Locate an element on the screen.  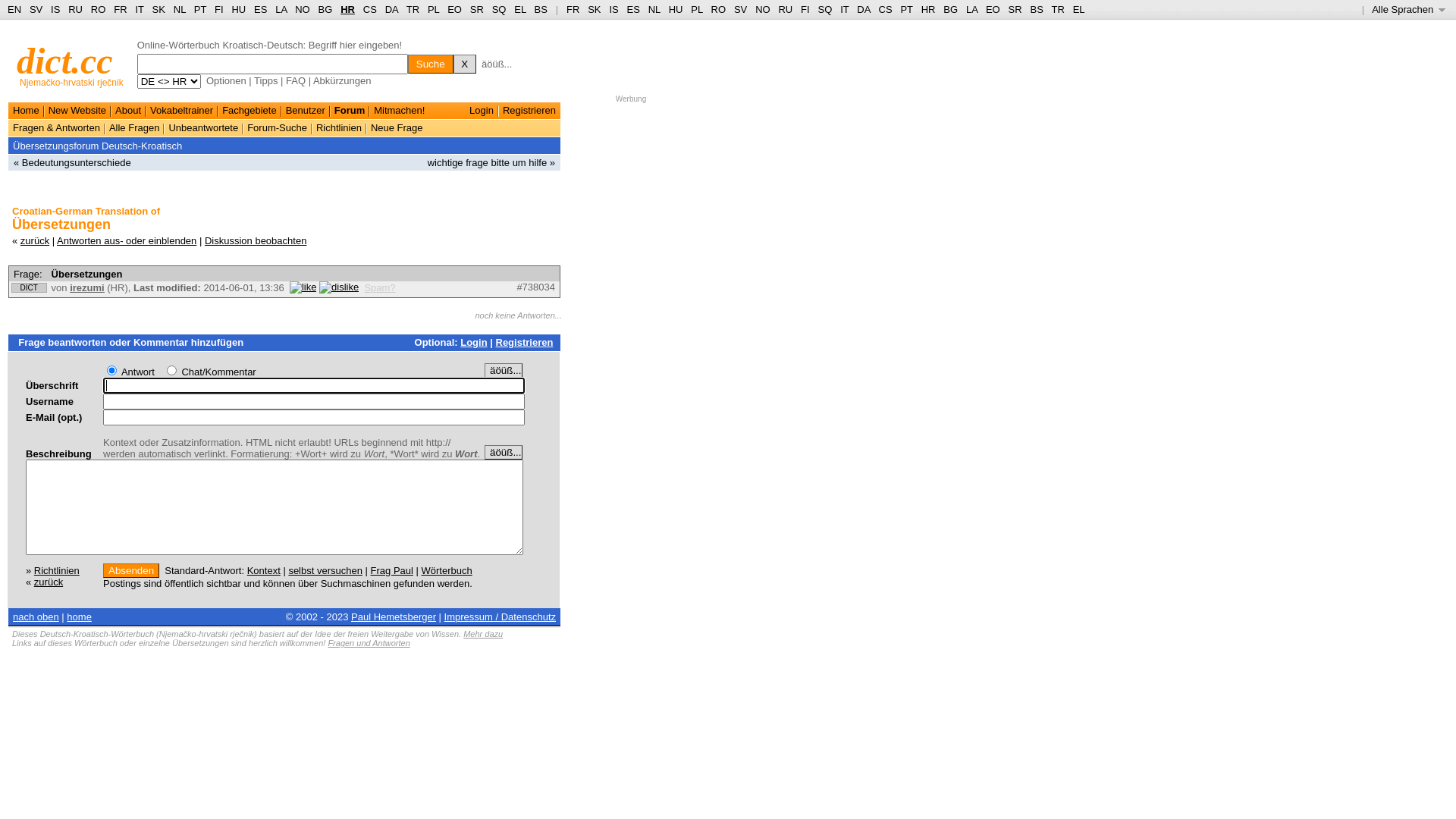
'Fragen und Antworten' is located at coordinates (368, 643).